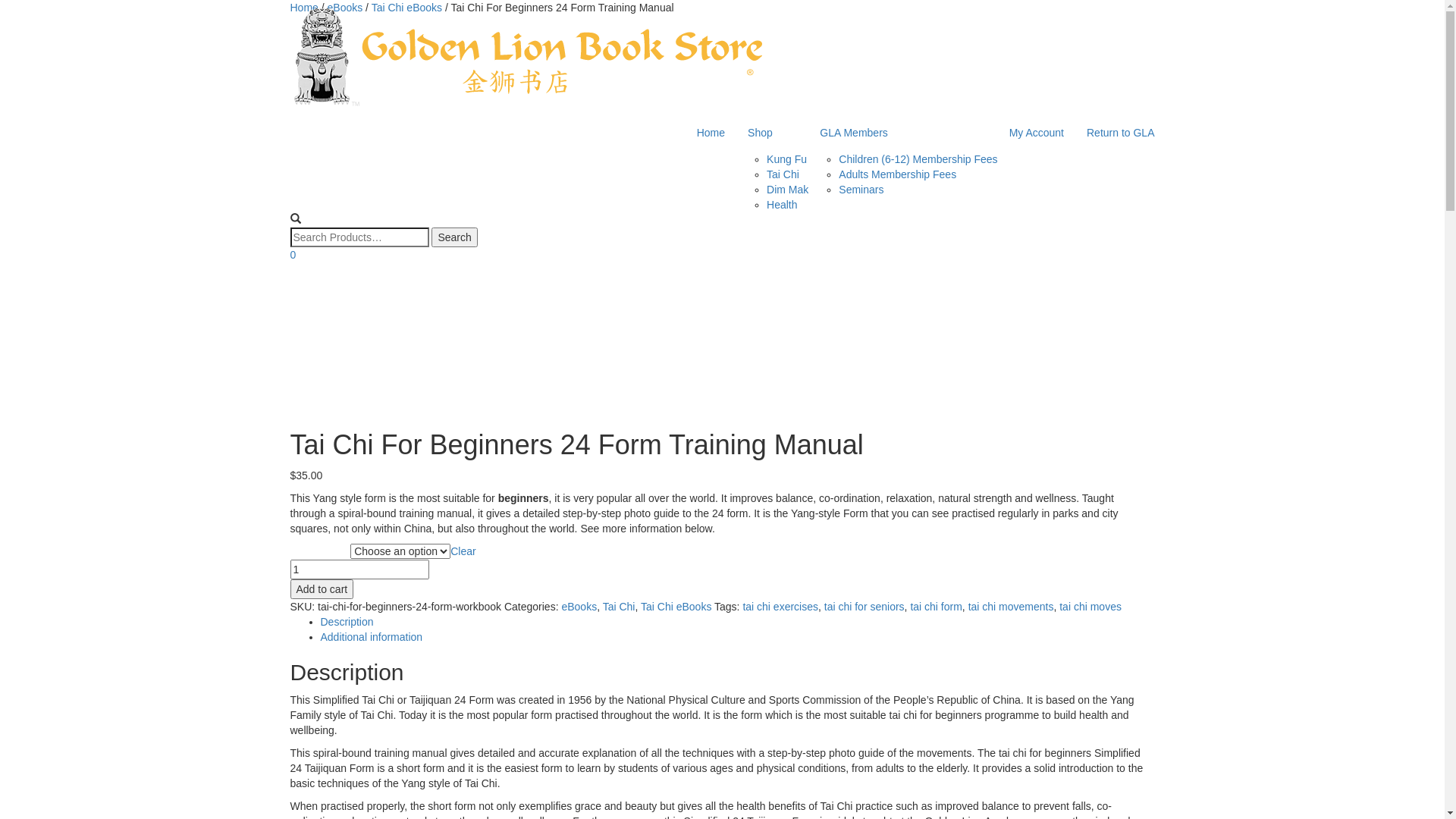  Describe the element at coordinates (783, 174) in the screenshot. I see `'Tai Chi'` at that location.